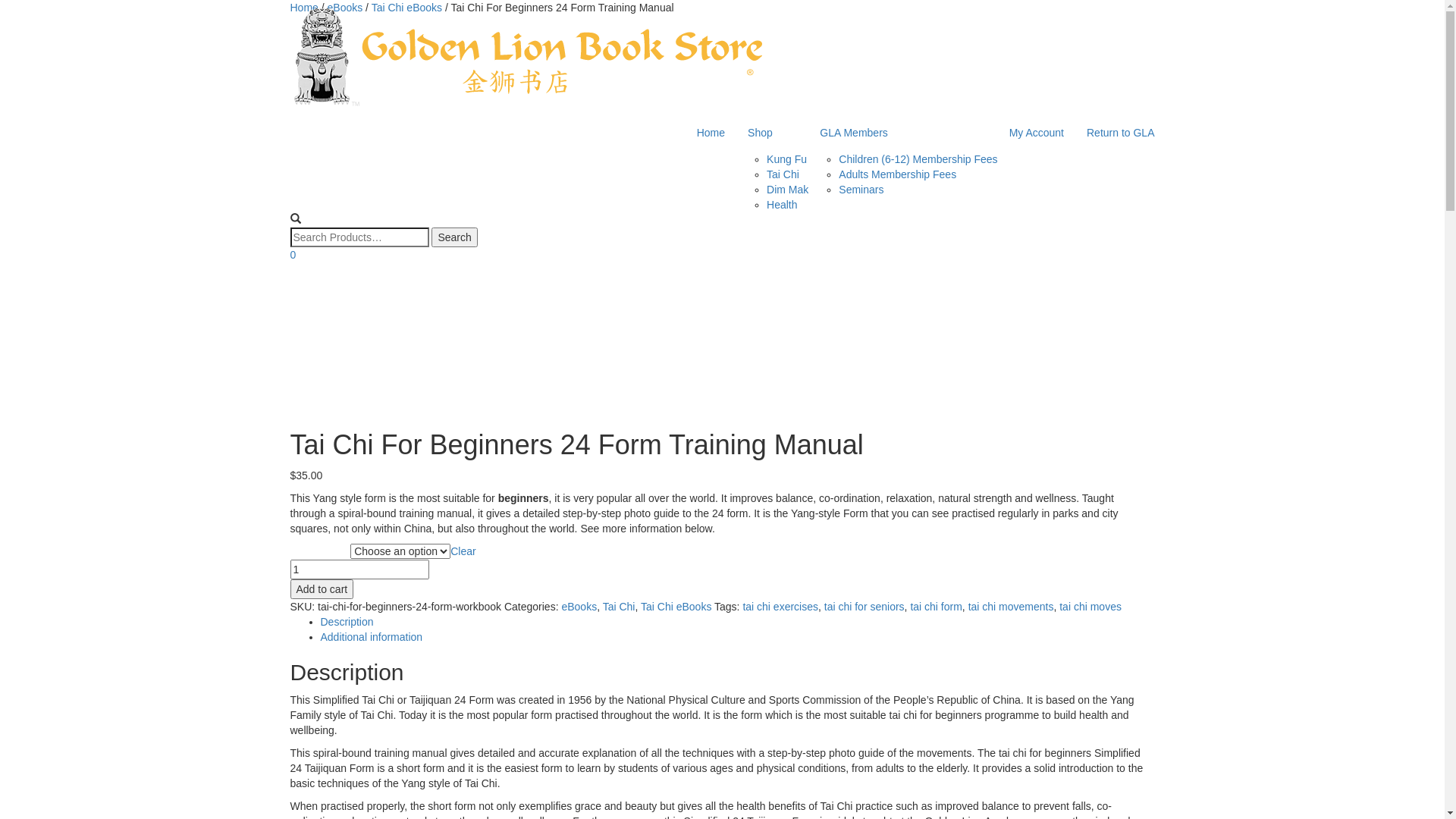  Describe the element at coordinates (783, 174) in the screenshot. I see `'Tai Chi'` at that location.